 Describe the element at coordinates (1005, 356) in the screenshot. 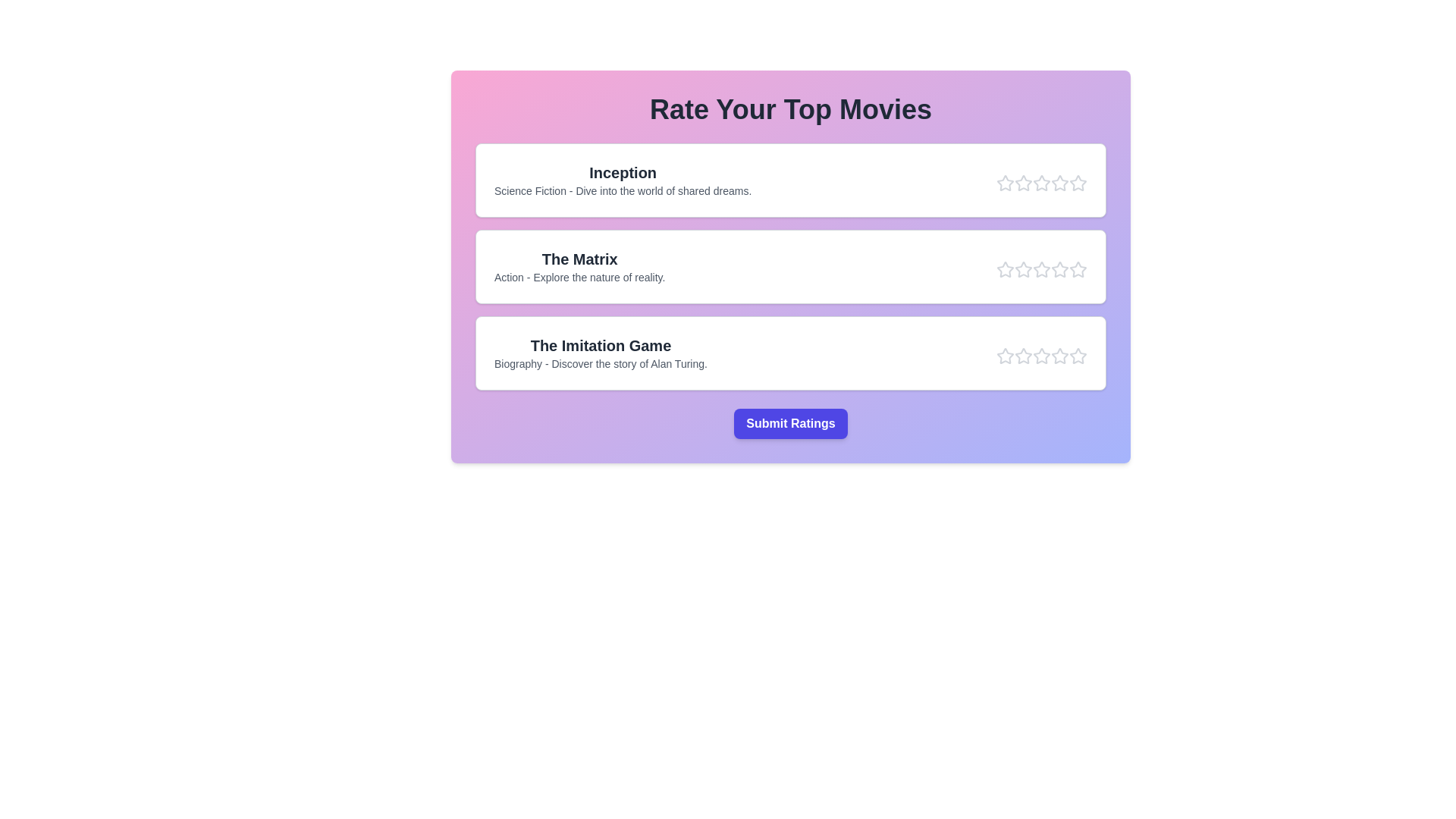

I see `the star corresponding to the rating 1 for the movie The Imitation Game` at that location.